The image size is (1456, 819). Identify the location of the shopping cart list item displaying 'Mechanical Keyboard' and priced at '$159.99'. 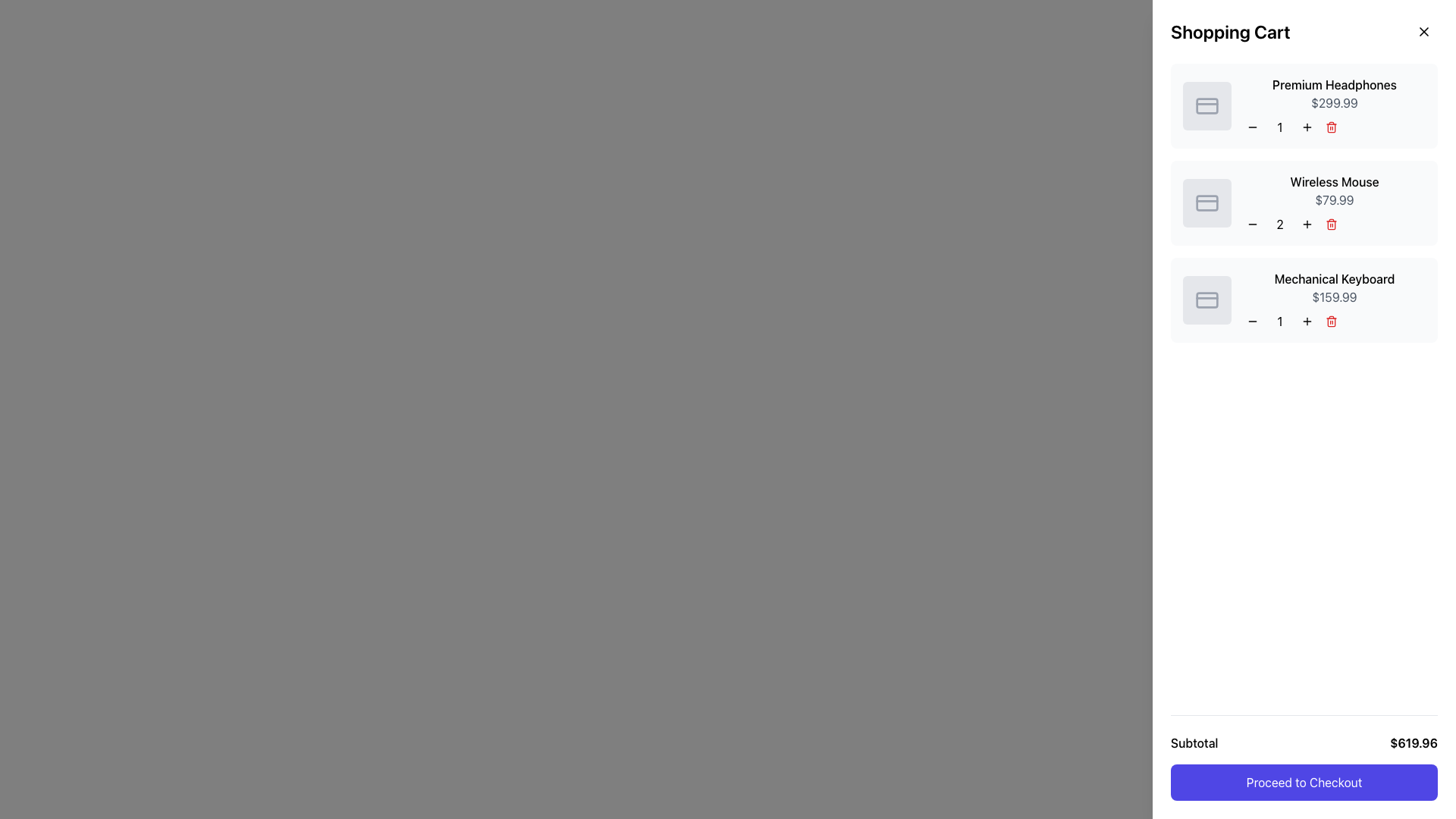
(1303, 300).